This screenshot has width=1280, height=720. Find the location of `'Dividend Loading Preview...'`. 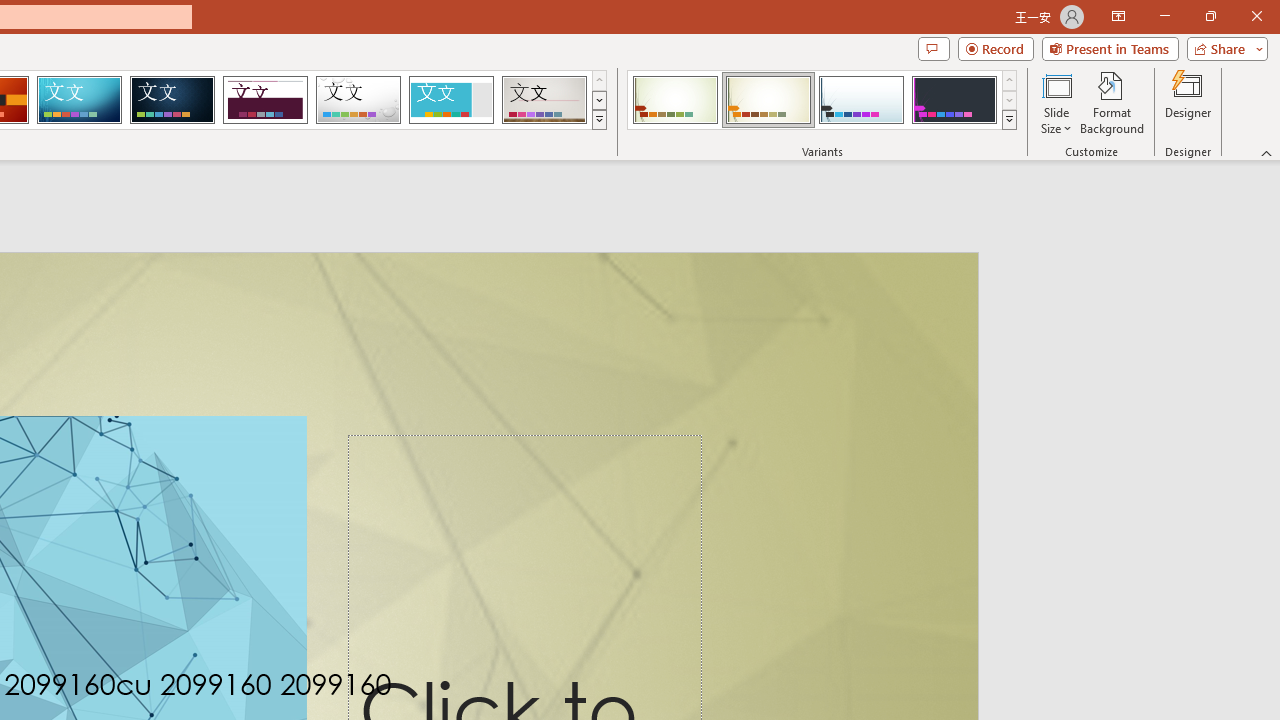

'Dividend Loading Preview...' is located at coordinates (264, 100).